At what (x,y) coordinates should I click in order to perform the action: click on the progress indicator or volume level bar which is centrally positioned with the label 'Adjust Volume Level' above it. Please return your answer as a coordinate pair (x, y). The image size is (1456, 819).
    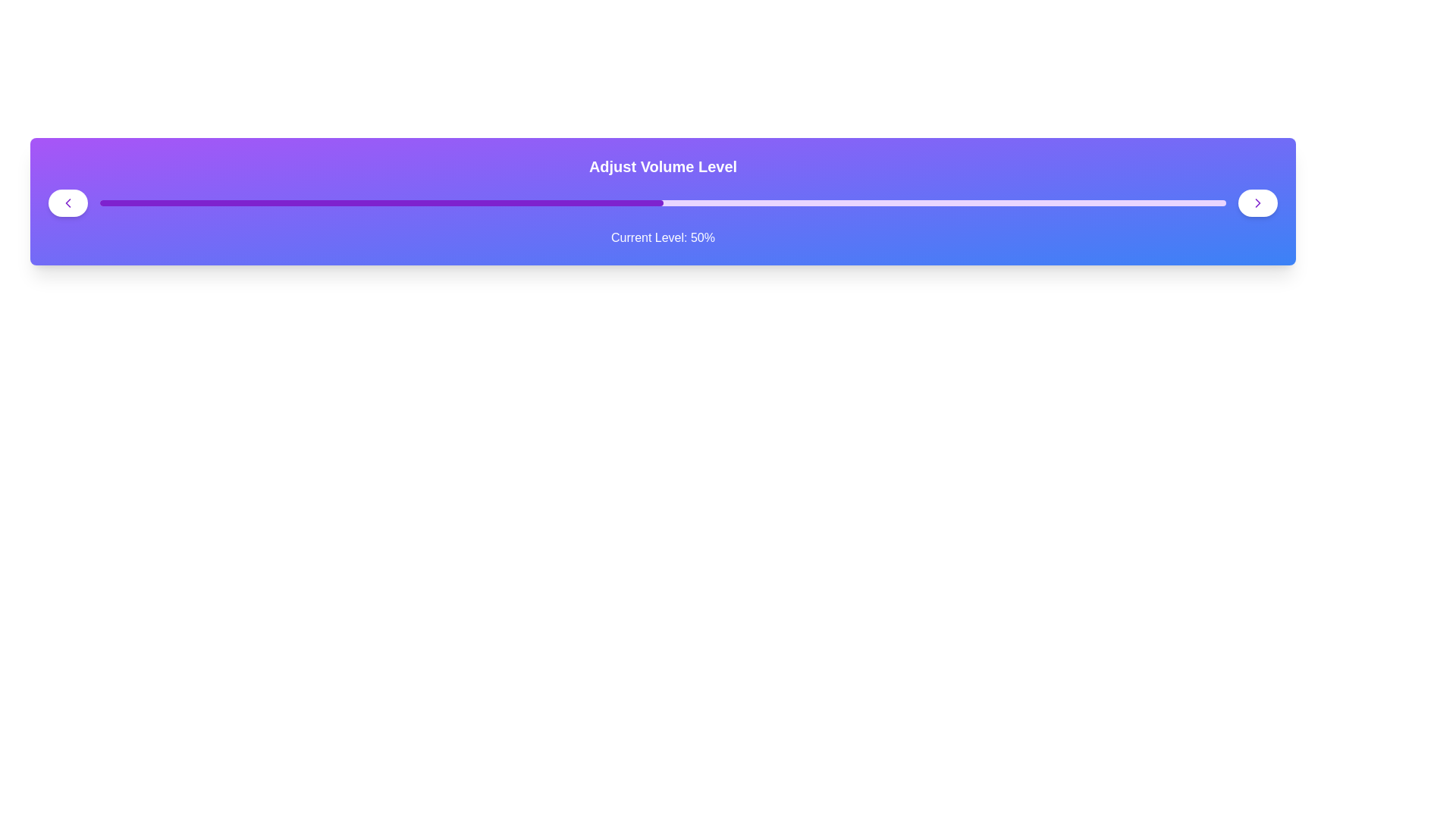
    Looking at the image, I should click on (663, 202).